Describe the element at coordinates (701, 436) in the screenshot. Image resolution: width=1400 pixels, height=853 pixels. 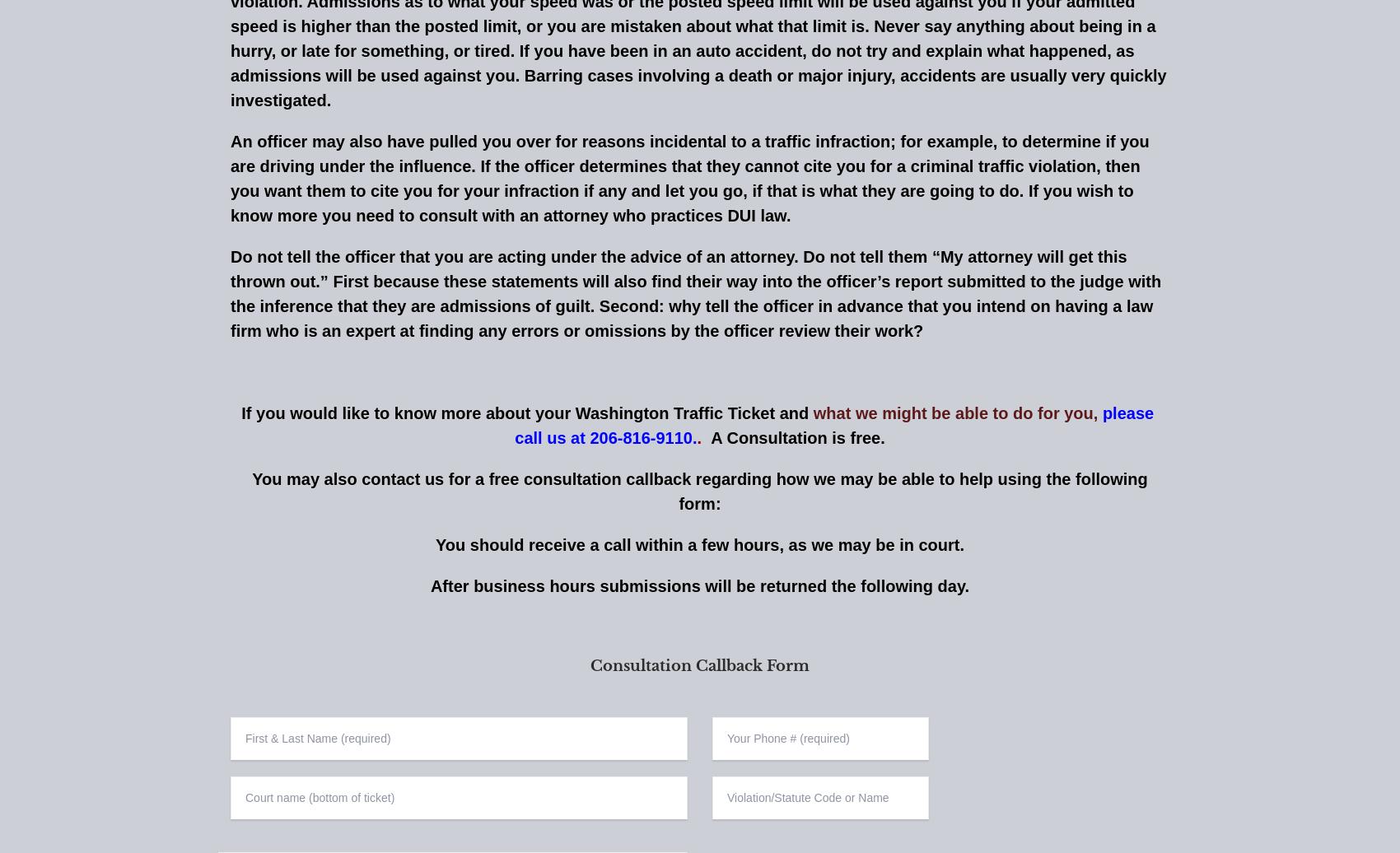
I see `'.'` at that location.